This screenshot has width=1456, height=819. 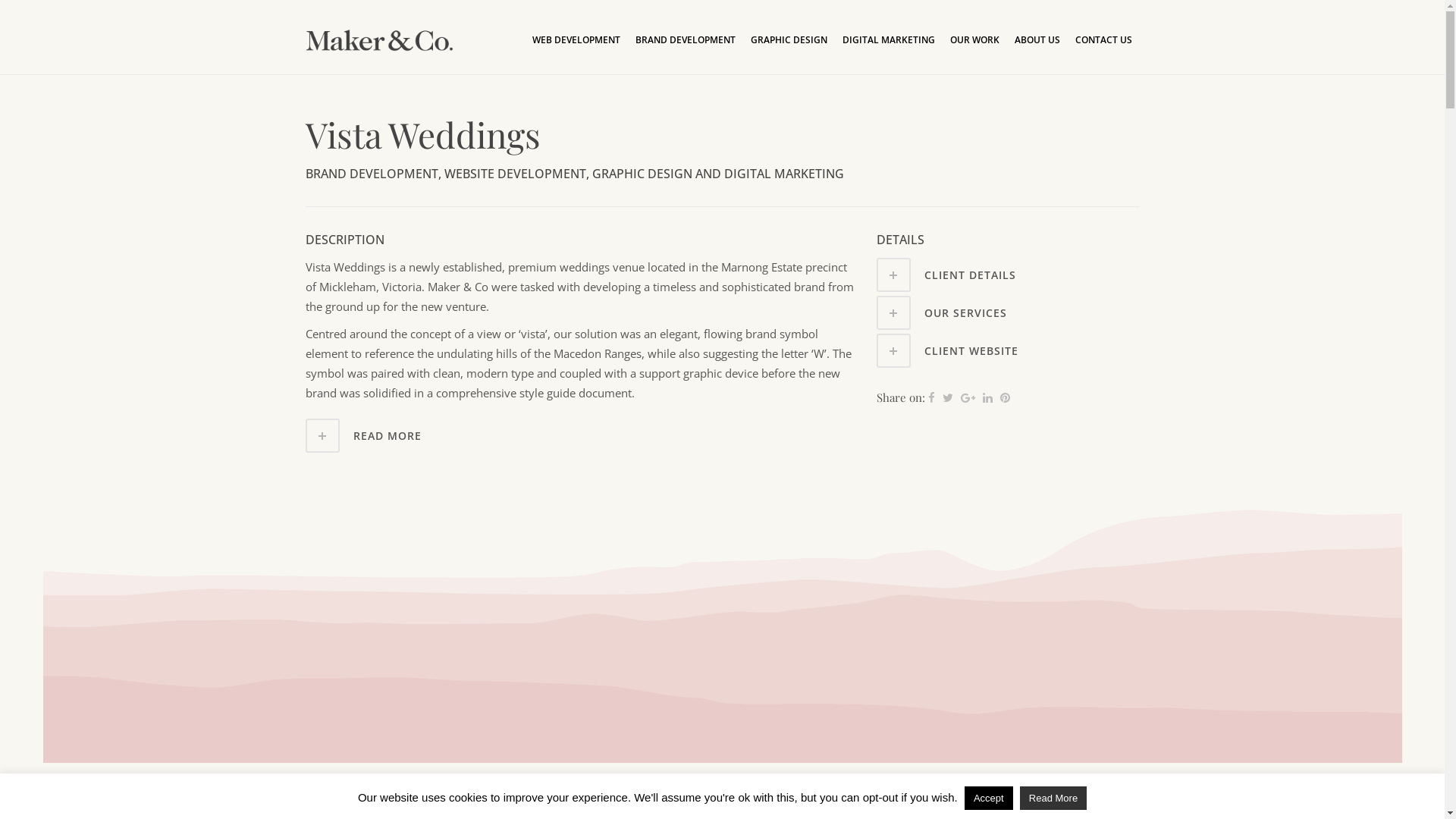 What do you see at coordinates (941, 39) in the screenshot?
I see `'OUR WORK'` at bounding box center [941, 39].